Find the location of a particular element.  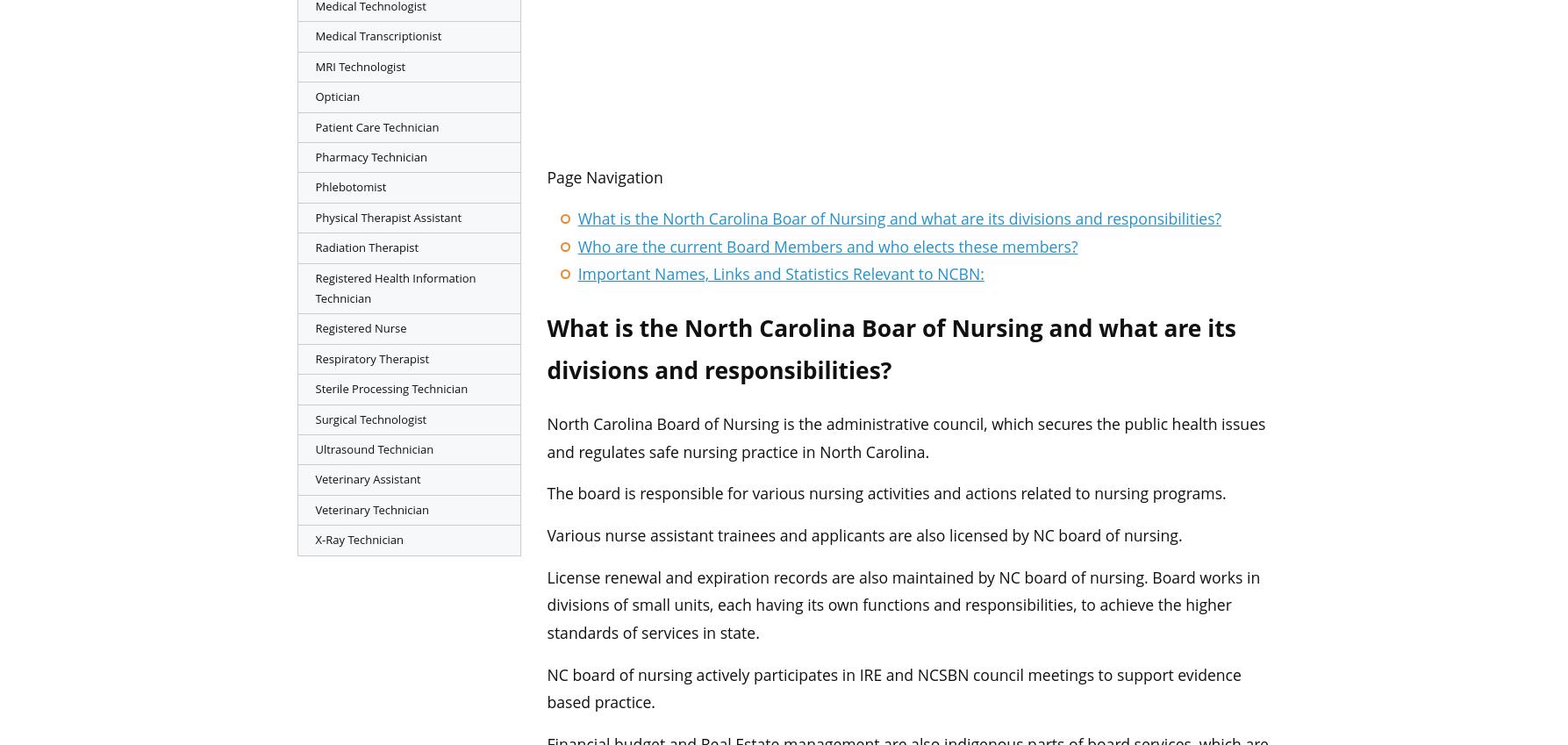

'Sterile Processing Technician' is located at coordinates (391, 389).